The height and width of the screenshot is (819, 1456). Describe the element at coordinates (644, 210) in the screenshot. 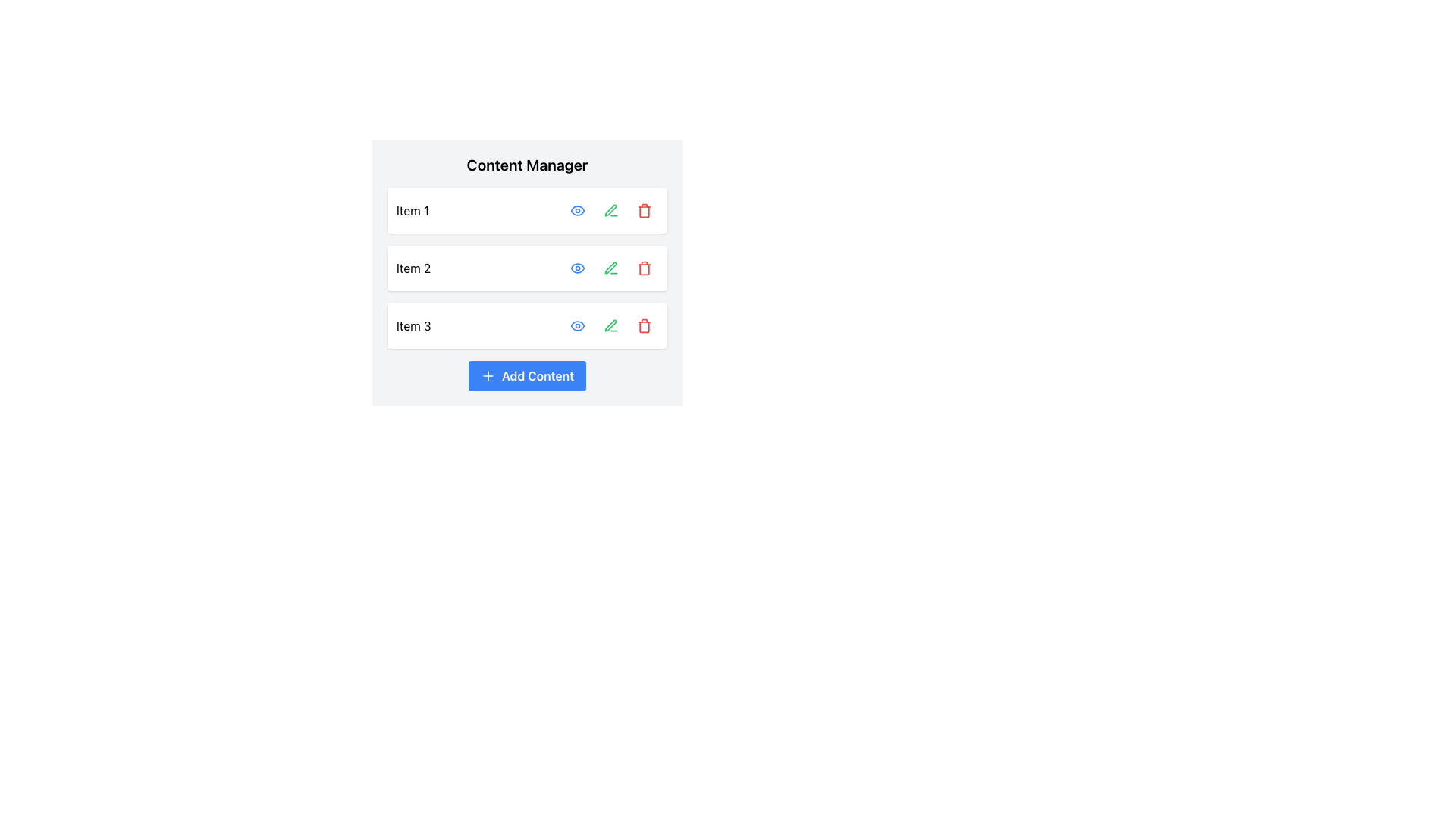

I see `the delete button for 'Item 1' located at the right end of the row of icons in the Content Manager to observe visual feedback` at that location.